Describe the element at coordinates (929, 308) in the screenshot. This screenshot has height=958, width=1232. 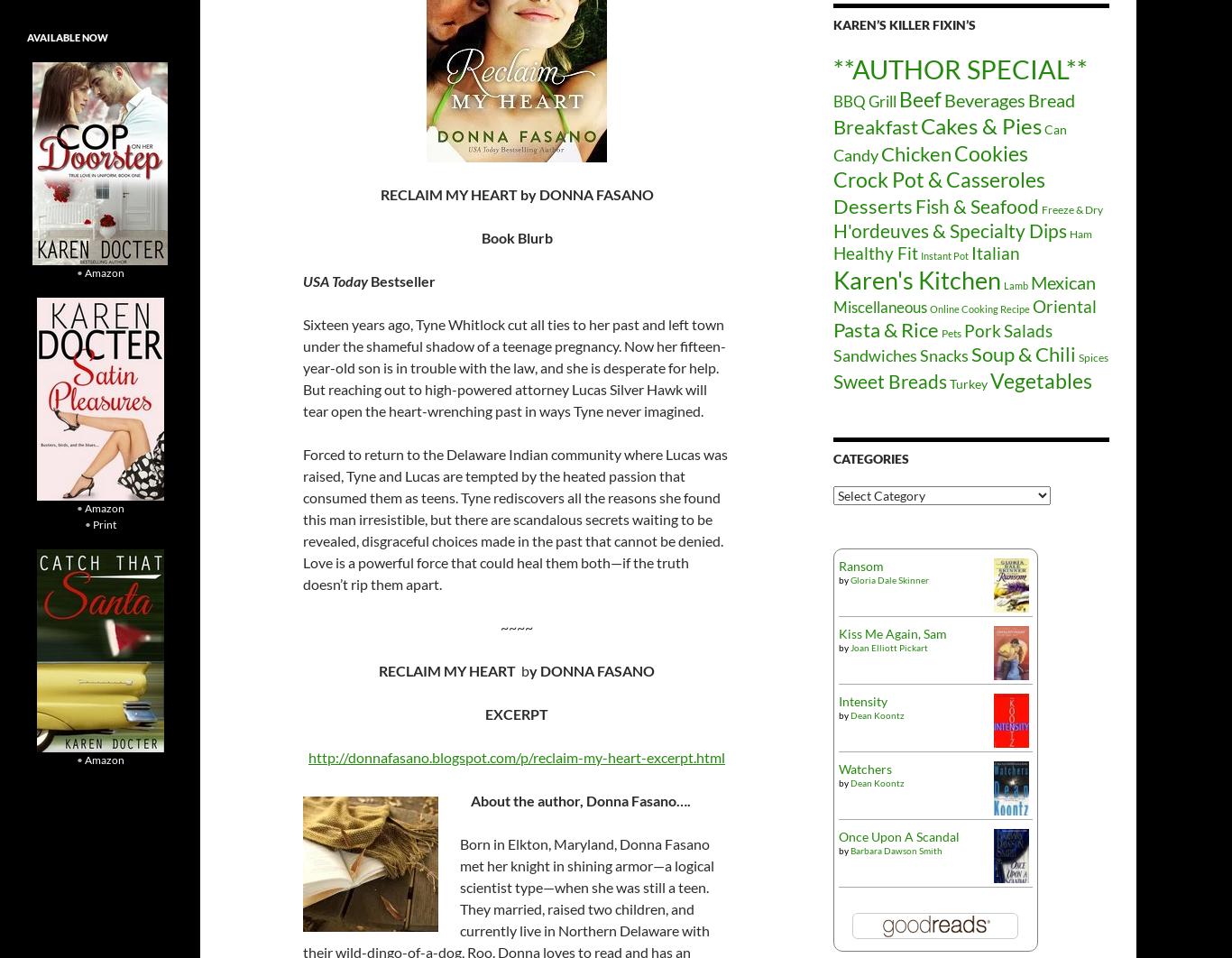
I see `'Online Cooking Recipe'` at that location.